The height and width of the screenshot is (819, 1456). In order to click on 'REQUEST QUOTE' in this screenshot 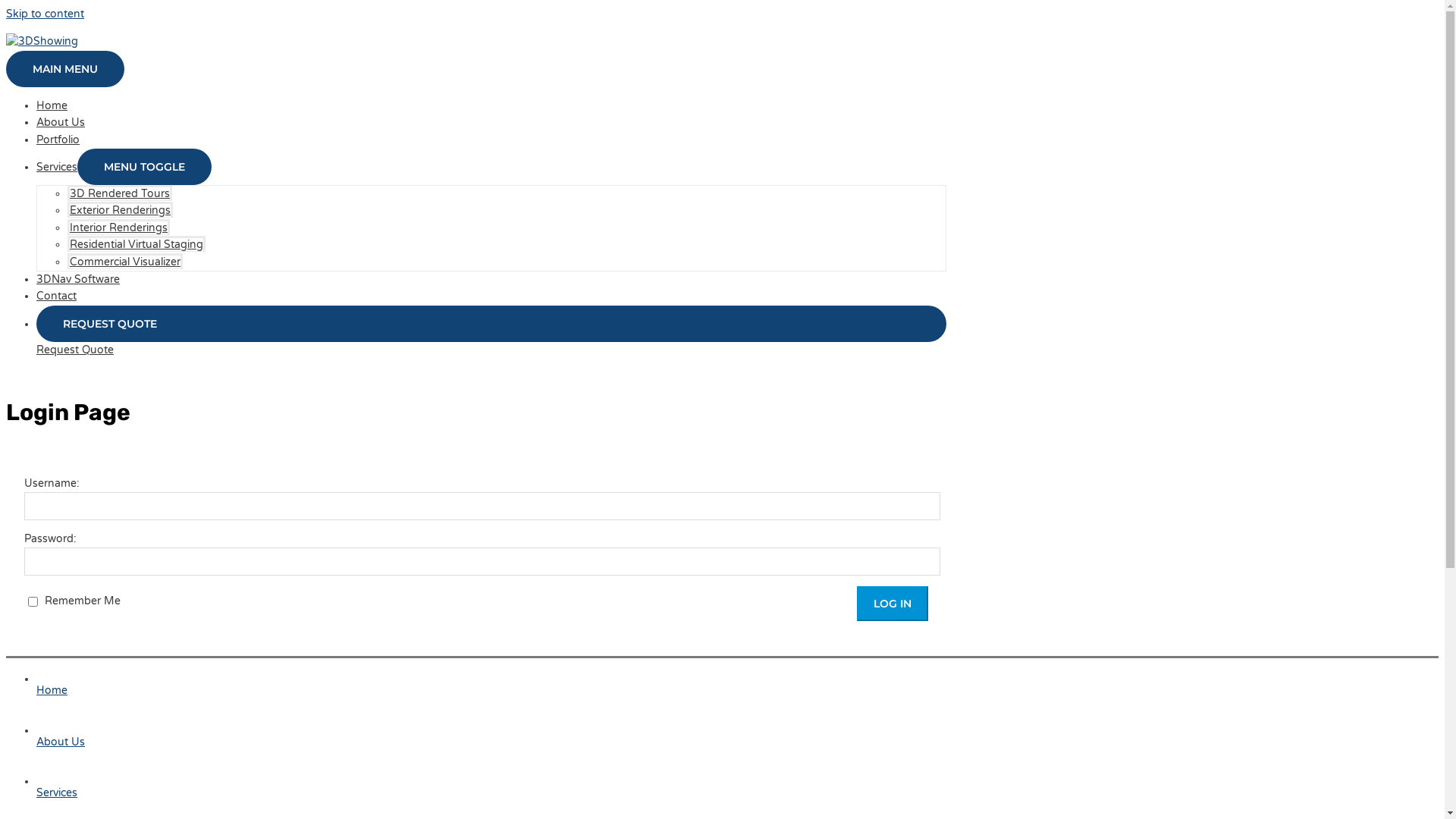, I will do `click(491, 330)`.